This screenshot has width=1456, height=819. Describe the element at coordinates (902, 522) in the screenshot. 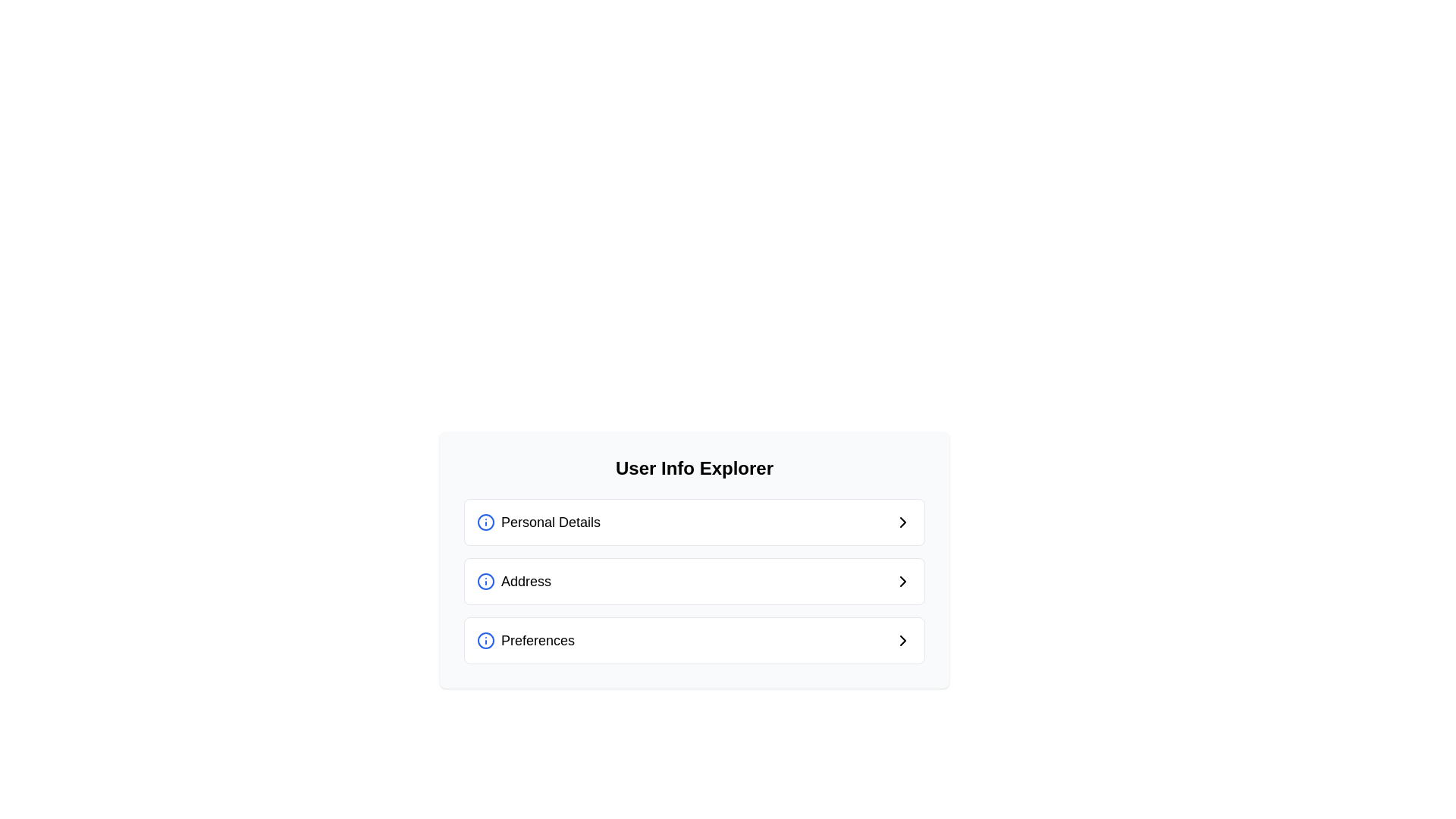

I see `the Chevron navigation icon located at the far right of the 'Personal Details' section in the 'User Info Explorer' interface` at that location.